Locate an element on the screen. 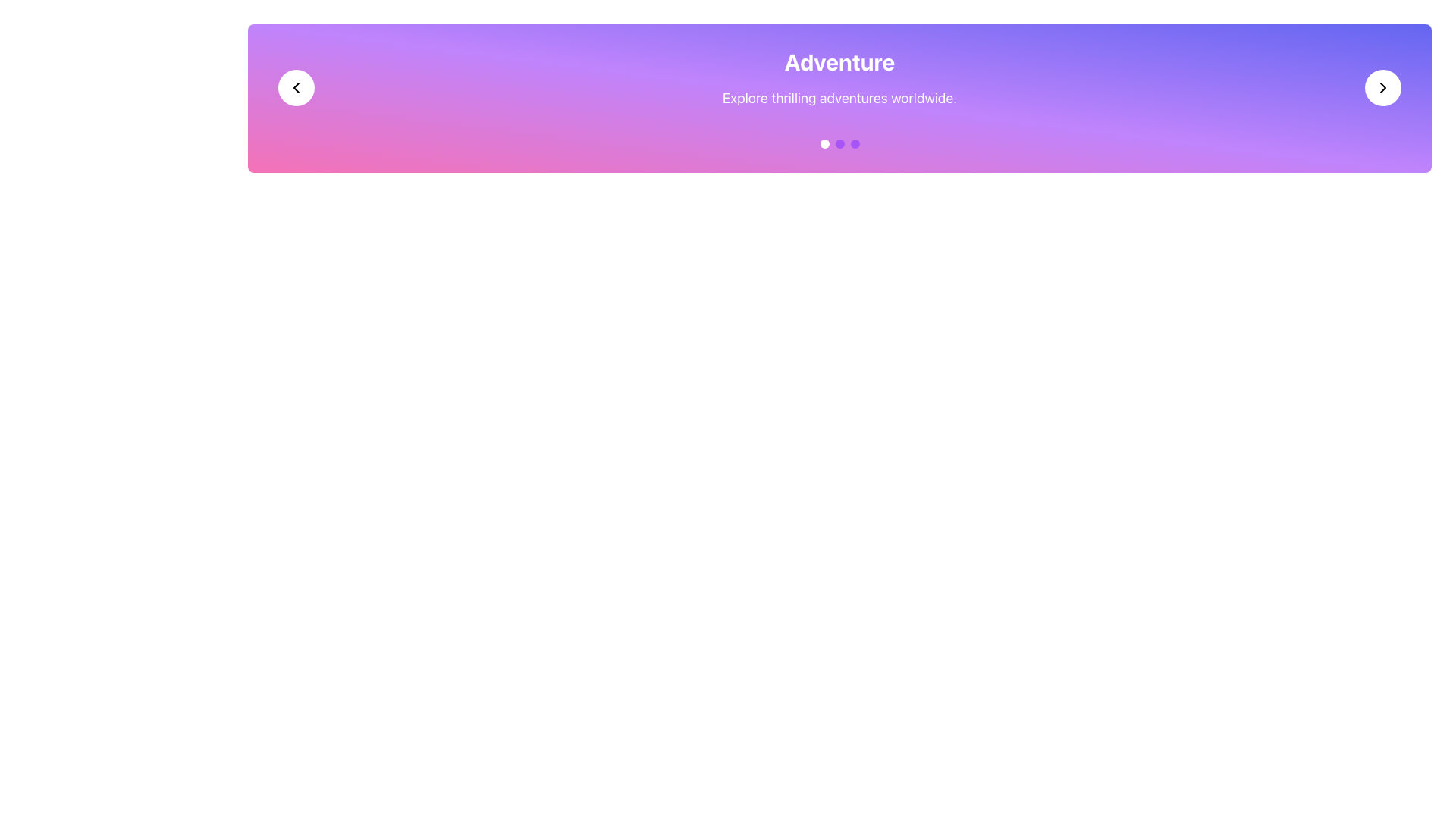 The image size is (1456, 819). the chevron icon pointing to the right located within the rightmost circular button at the top section of the interface is located at coordinates (1383, 87).